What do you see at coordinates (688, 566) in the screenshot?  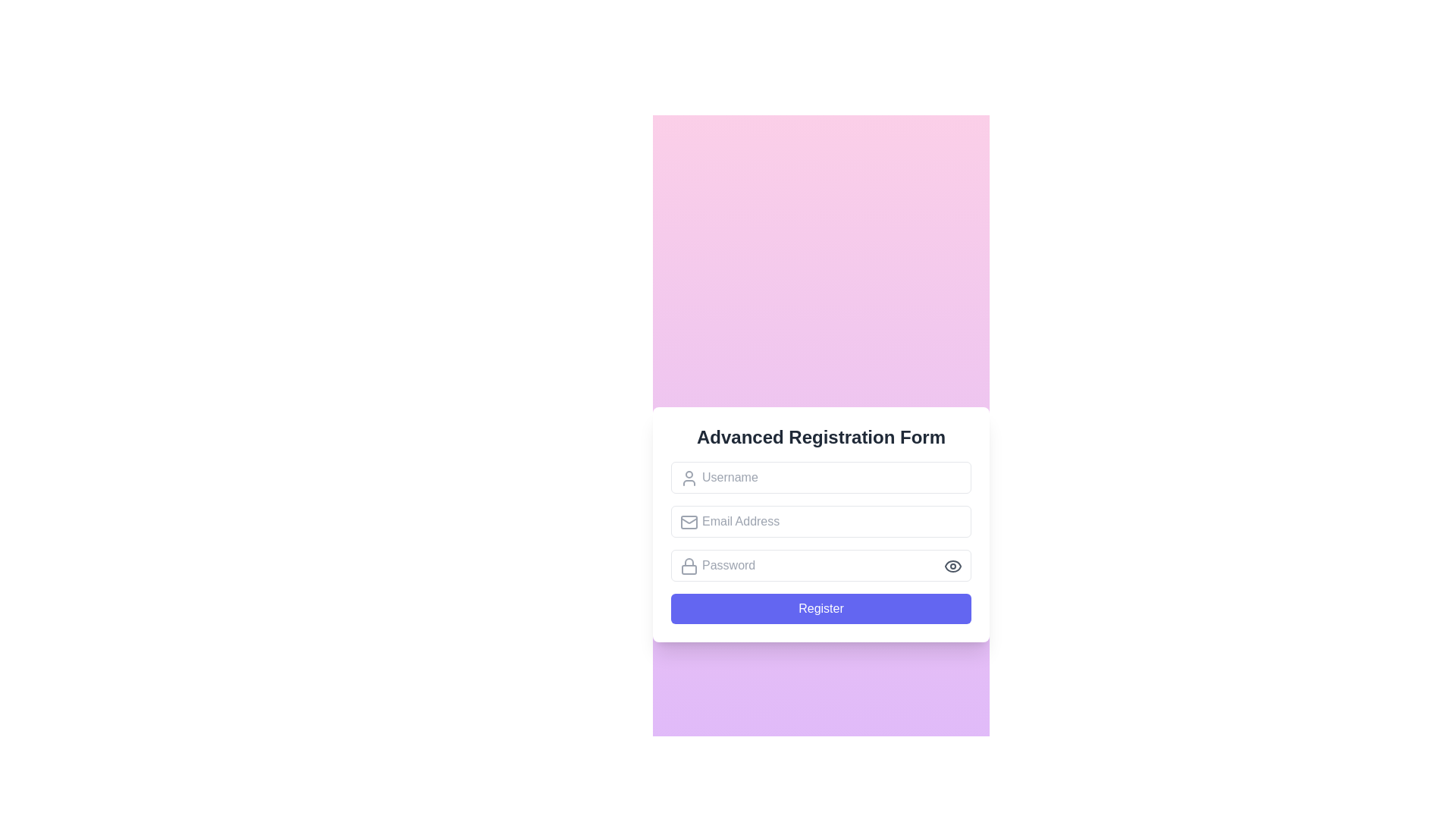 I see `the security icon located at the left side of the password input field, which symbolizes security or password protection` at bounding box center [688, 566].